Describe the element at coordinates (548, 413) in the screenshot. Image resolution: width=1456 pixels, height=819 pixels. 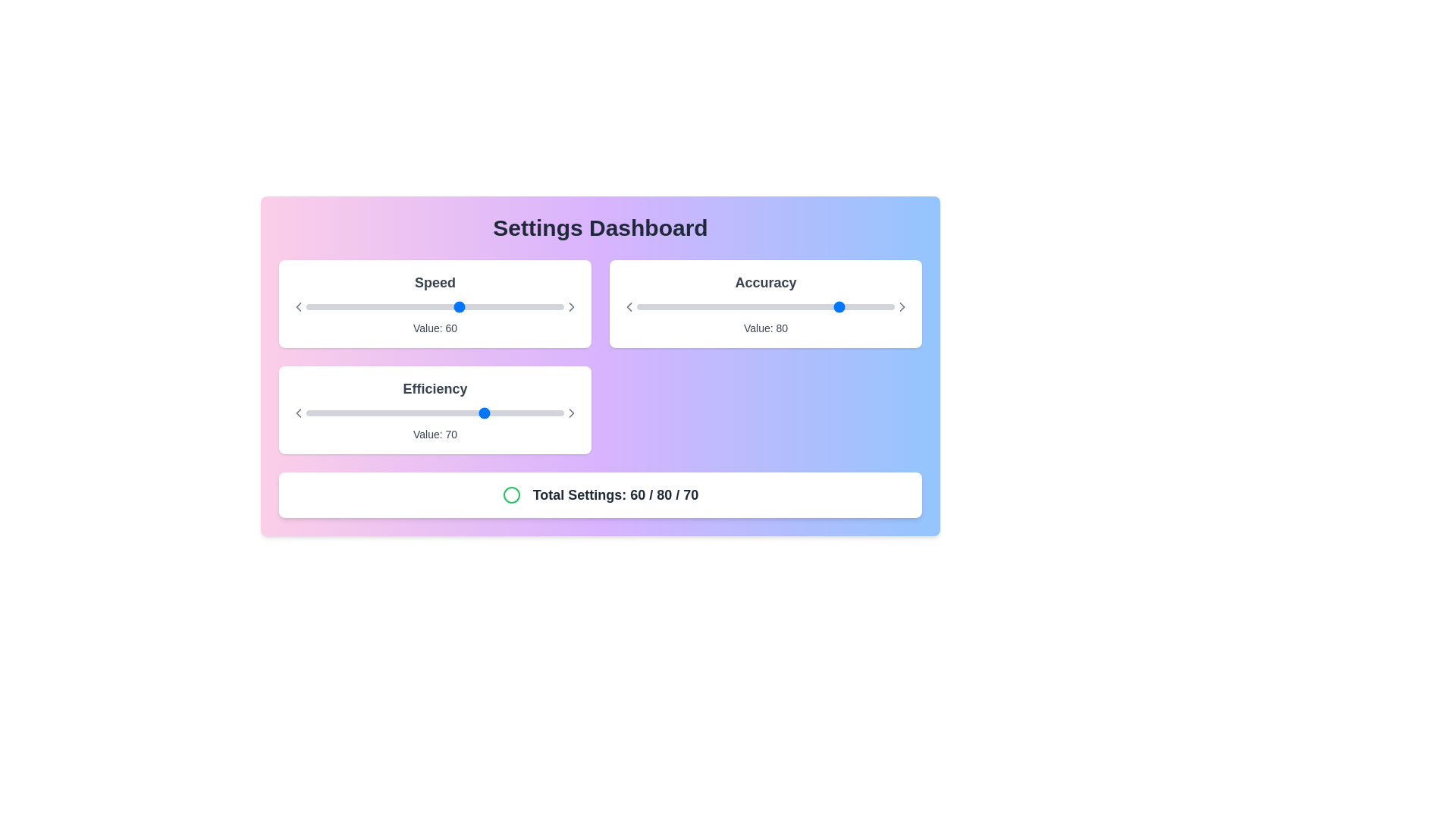
I see `efficiency` at that location.